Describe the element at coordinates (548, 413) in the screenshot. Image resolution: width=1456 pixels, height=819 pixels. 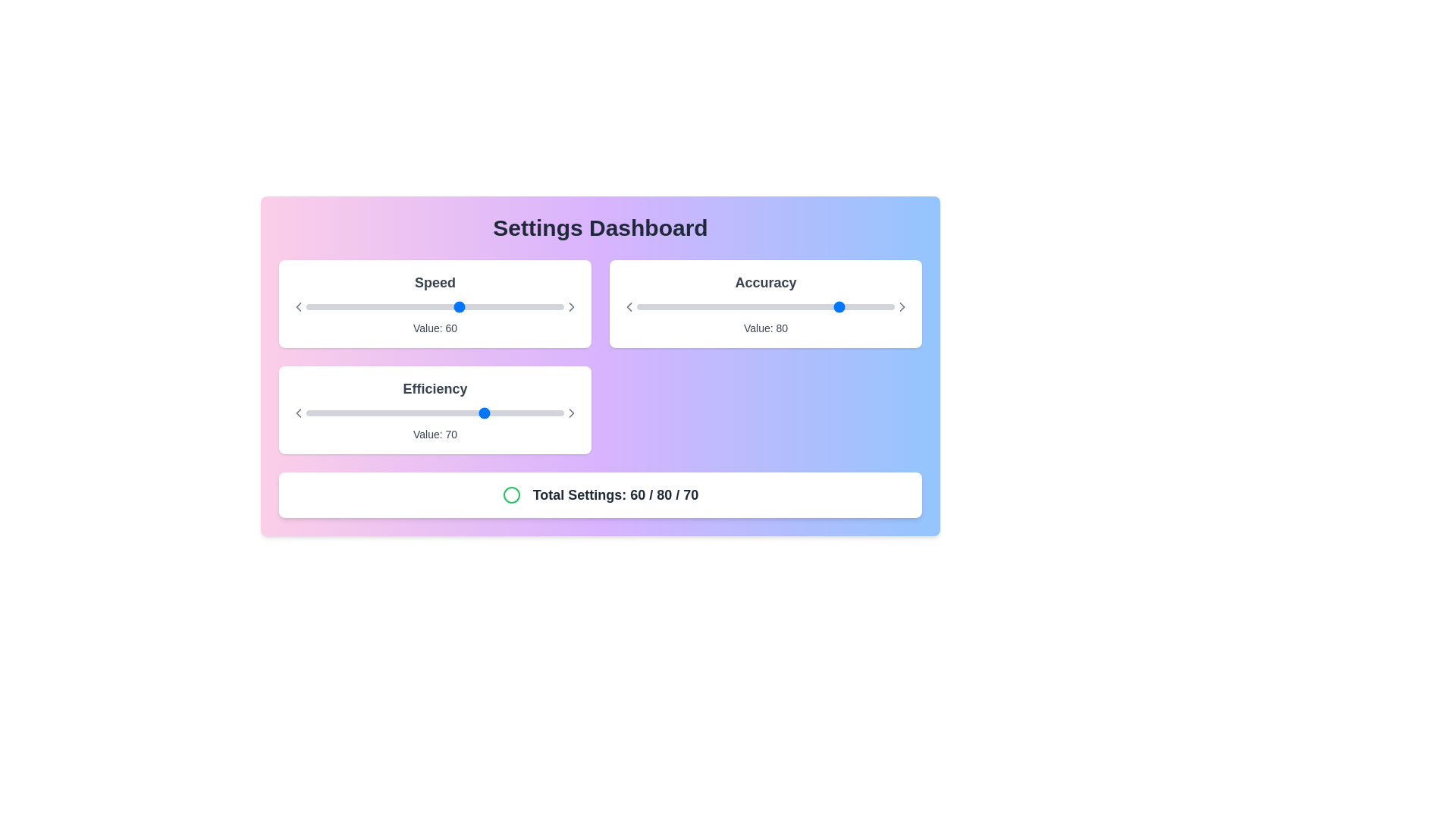
I see `efficiency` at that location.